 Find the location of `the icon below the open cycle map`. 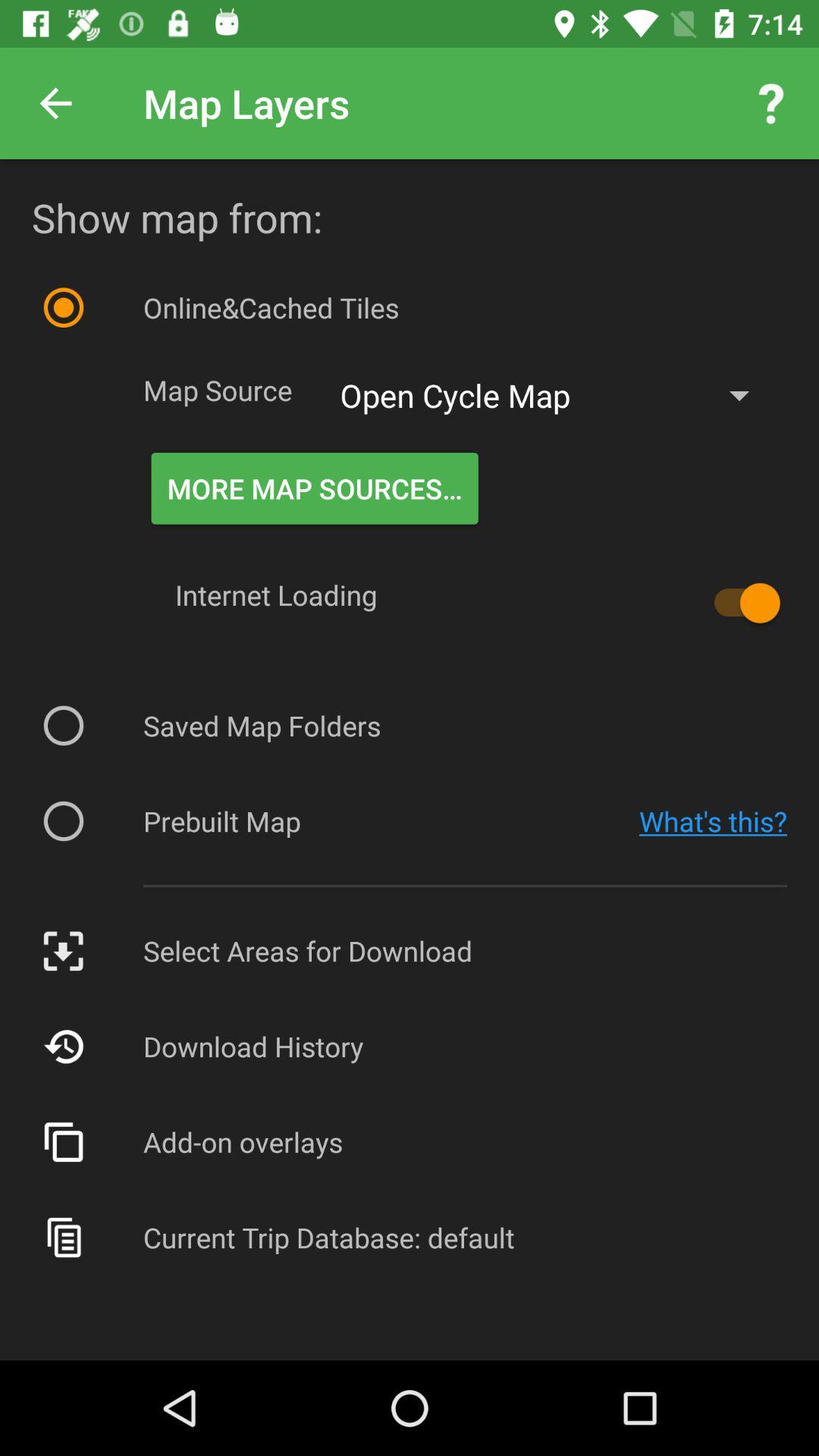

the icon below the open cycle map is located at coordinates (314, 488).